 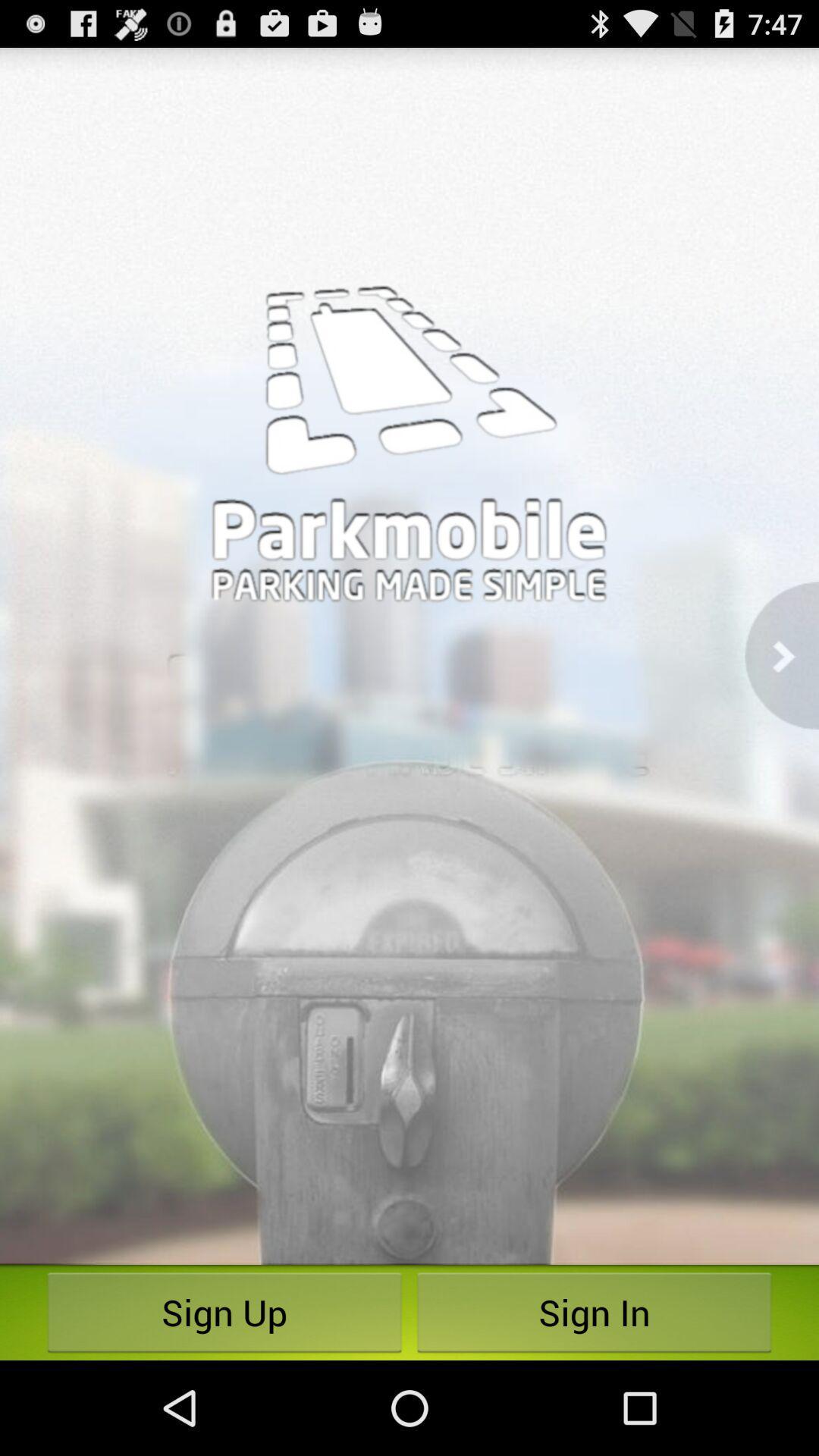 I want to click on sign in, so click(x=593, y=1312).